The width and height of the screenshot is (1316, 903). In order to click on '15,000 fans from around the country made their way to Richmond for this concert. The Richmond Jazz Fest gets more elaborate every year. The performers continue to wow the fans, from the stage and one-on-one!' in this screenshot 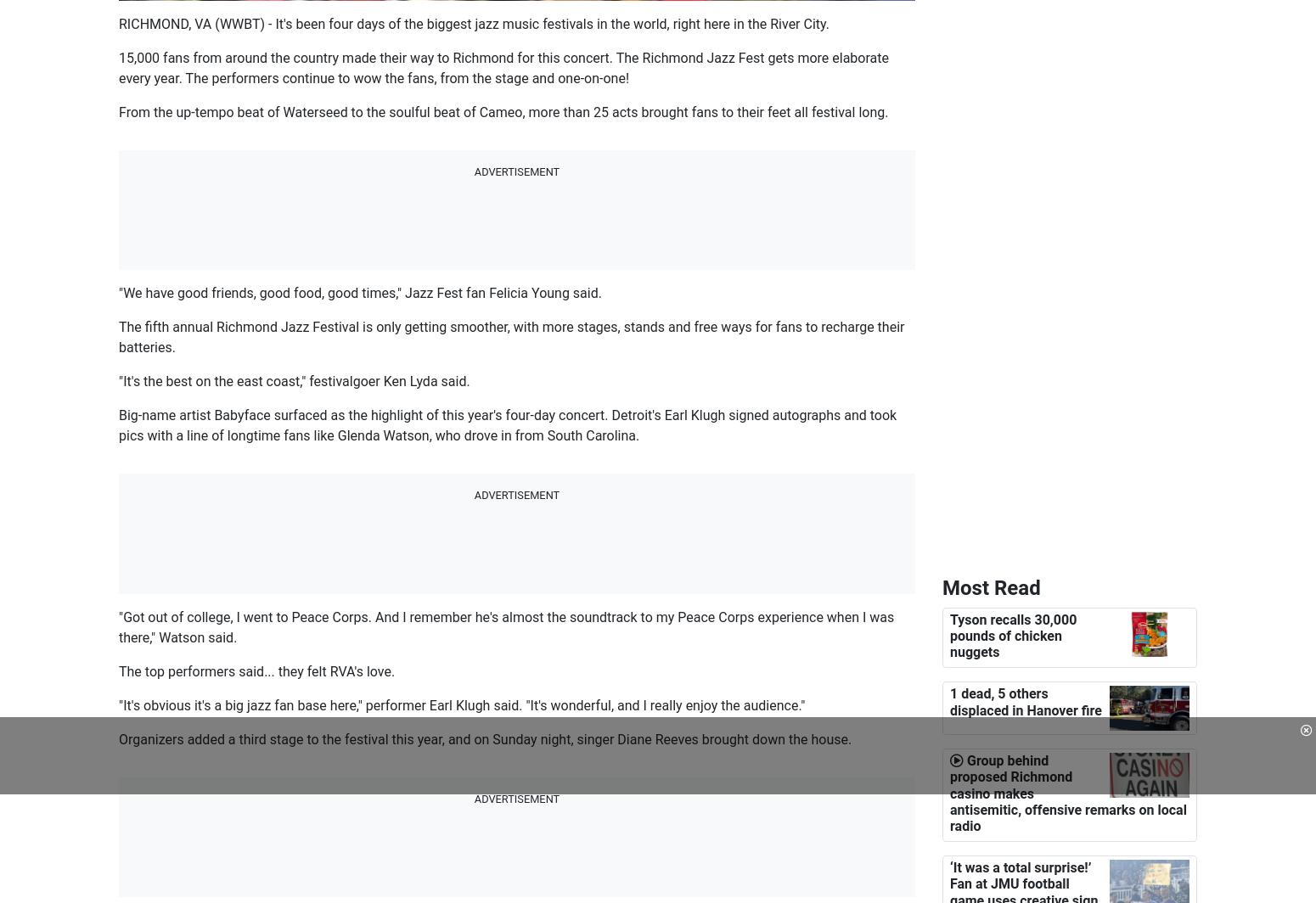, I will do `click(118, 68)`.